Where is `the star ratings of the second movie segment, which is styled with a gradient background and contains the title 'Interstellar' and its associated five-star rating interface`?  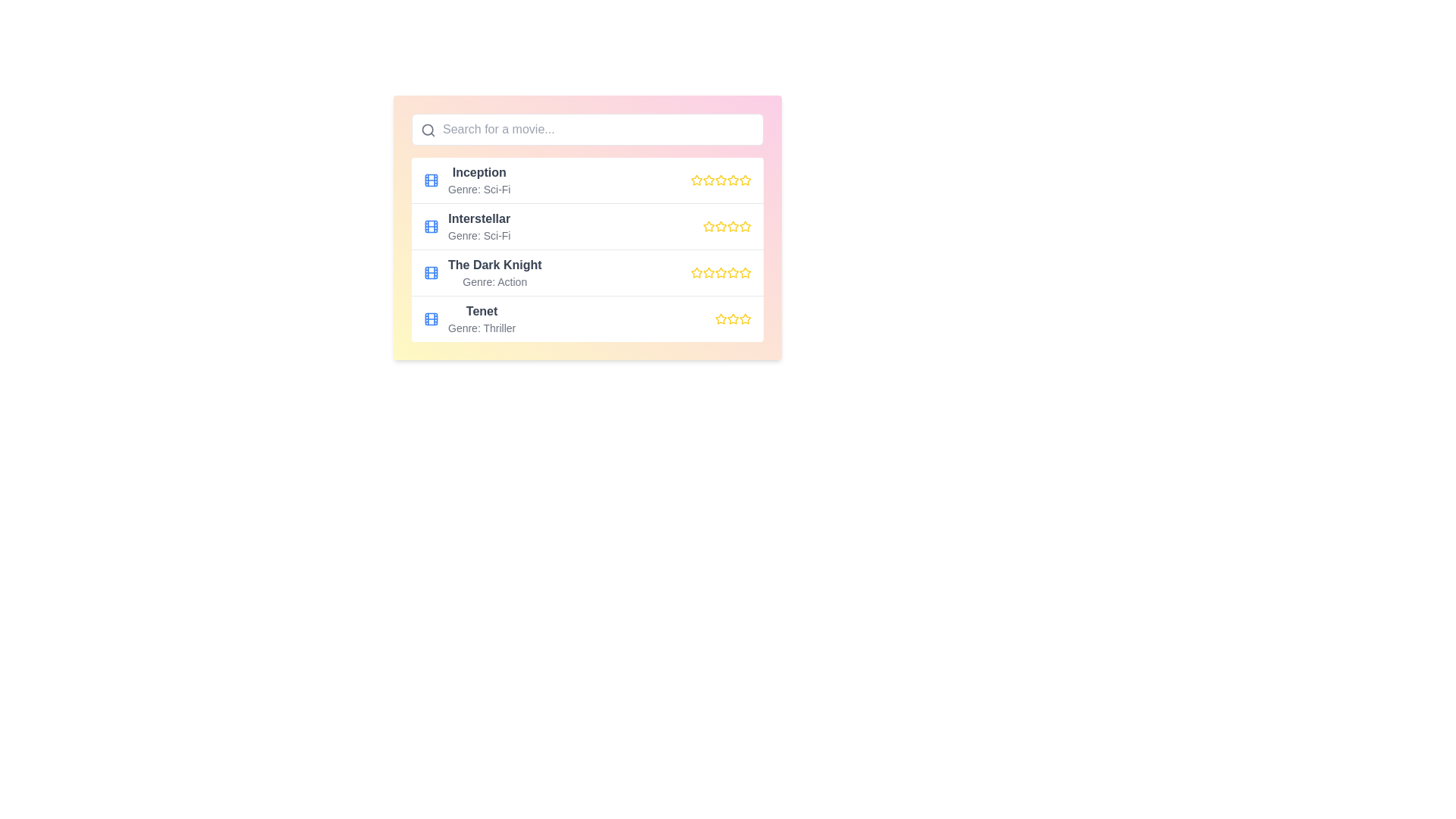 the star ratings of the second movie segment, which is styled with a gradient background and contains the title 'Interstellar' and its associated five-star rating interface is located at coordinates (586, 227).